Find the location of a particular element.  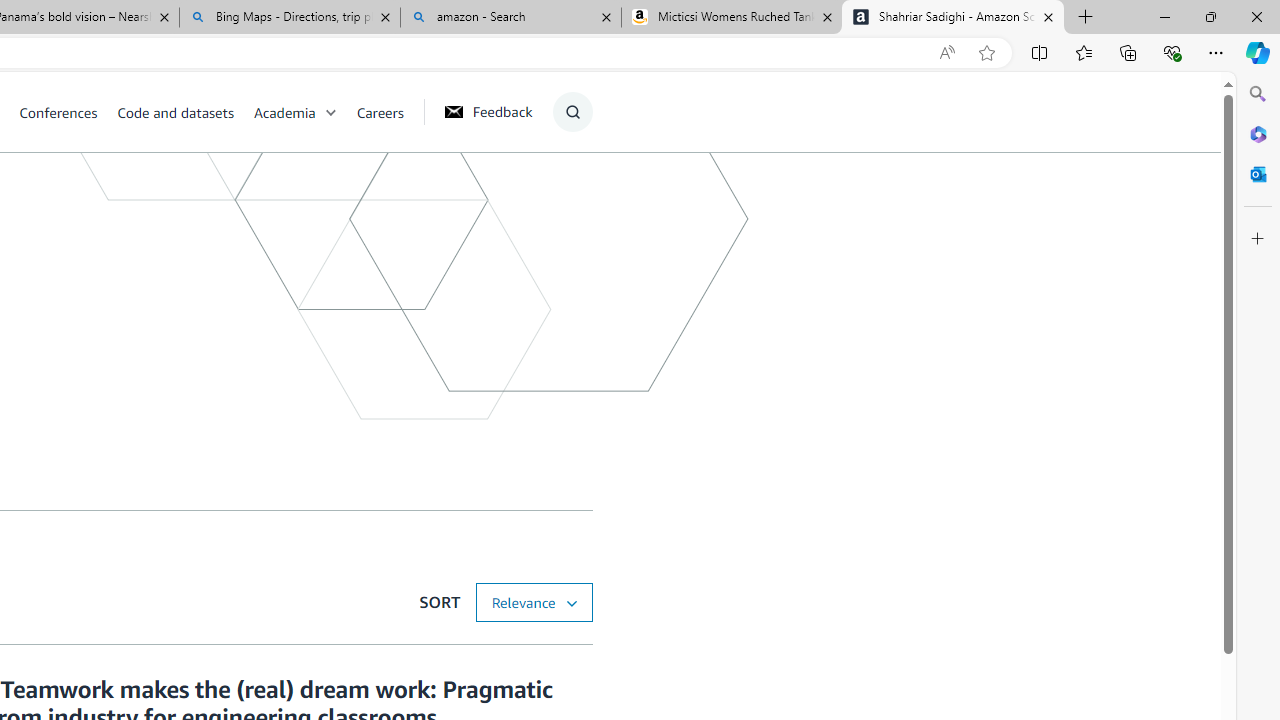

'Show Search Form' is located at coordinates (571, 111).